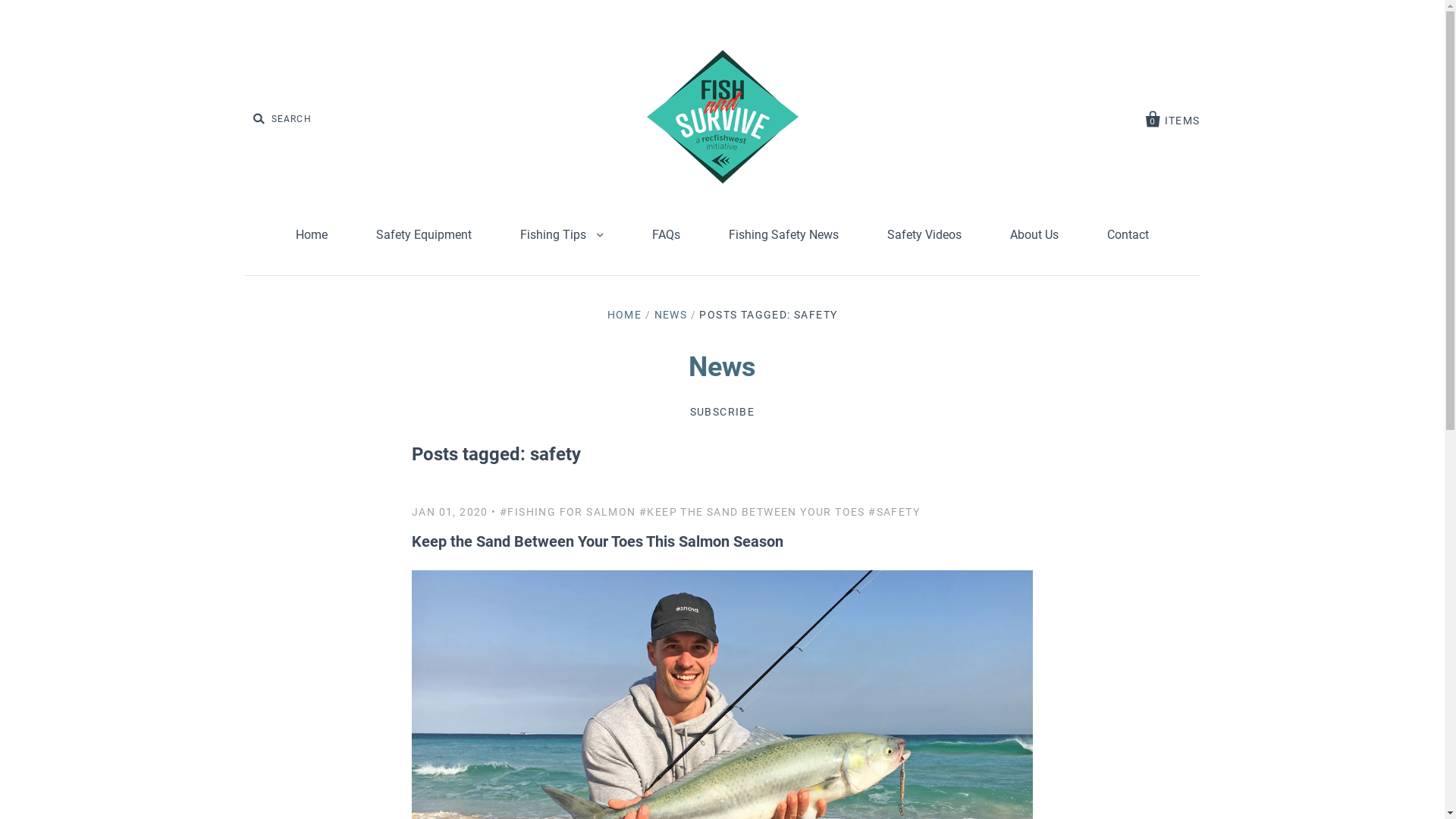 The image size is (1456, 819). Describe the element at coordinates (499, 512) in the screenshot. I see `'#FISHING FOR SALMON'` at that location.